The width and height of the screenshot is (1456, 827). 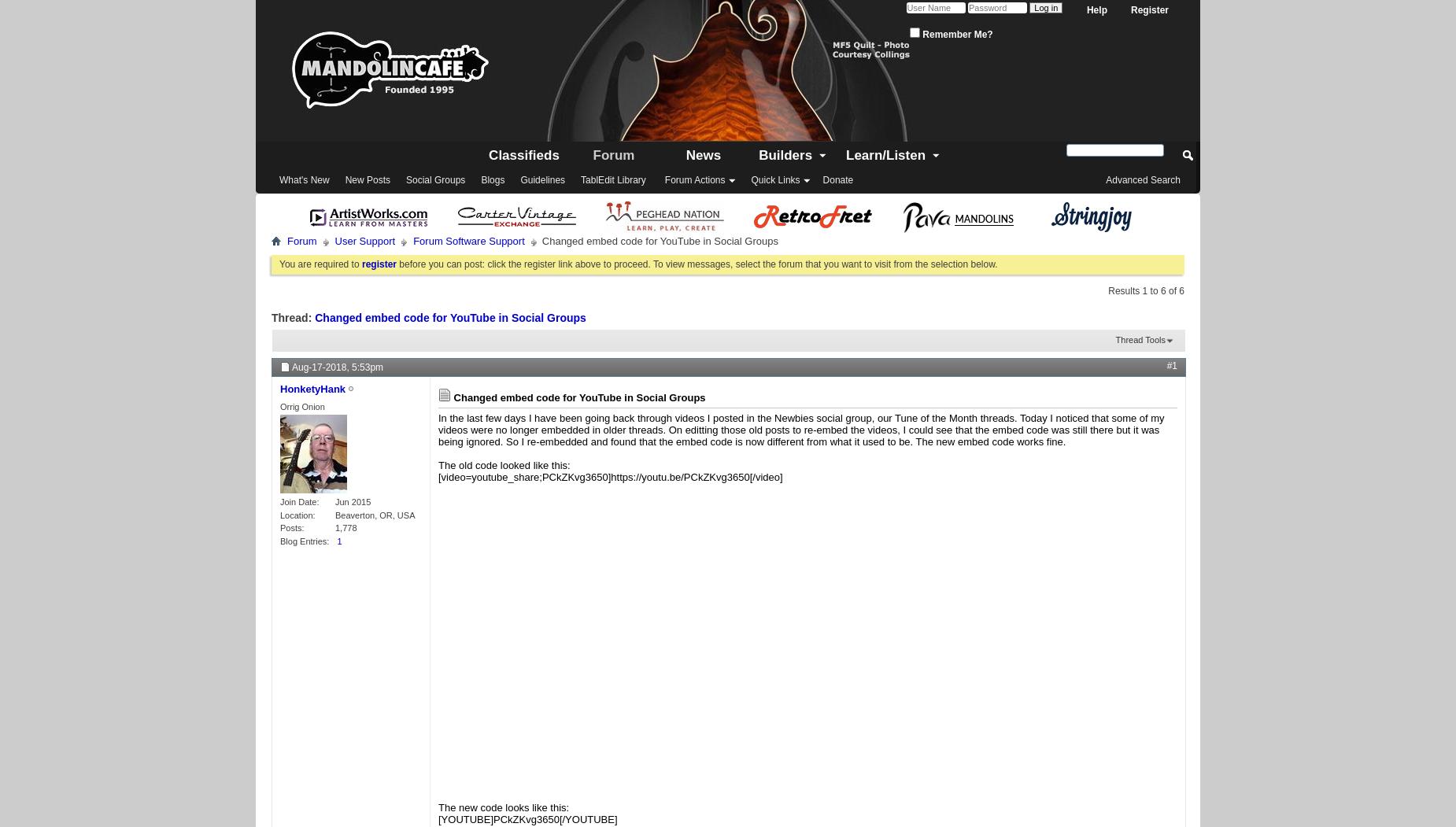 I want to click on 'What's New', so click(x=303, y=179).